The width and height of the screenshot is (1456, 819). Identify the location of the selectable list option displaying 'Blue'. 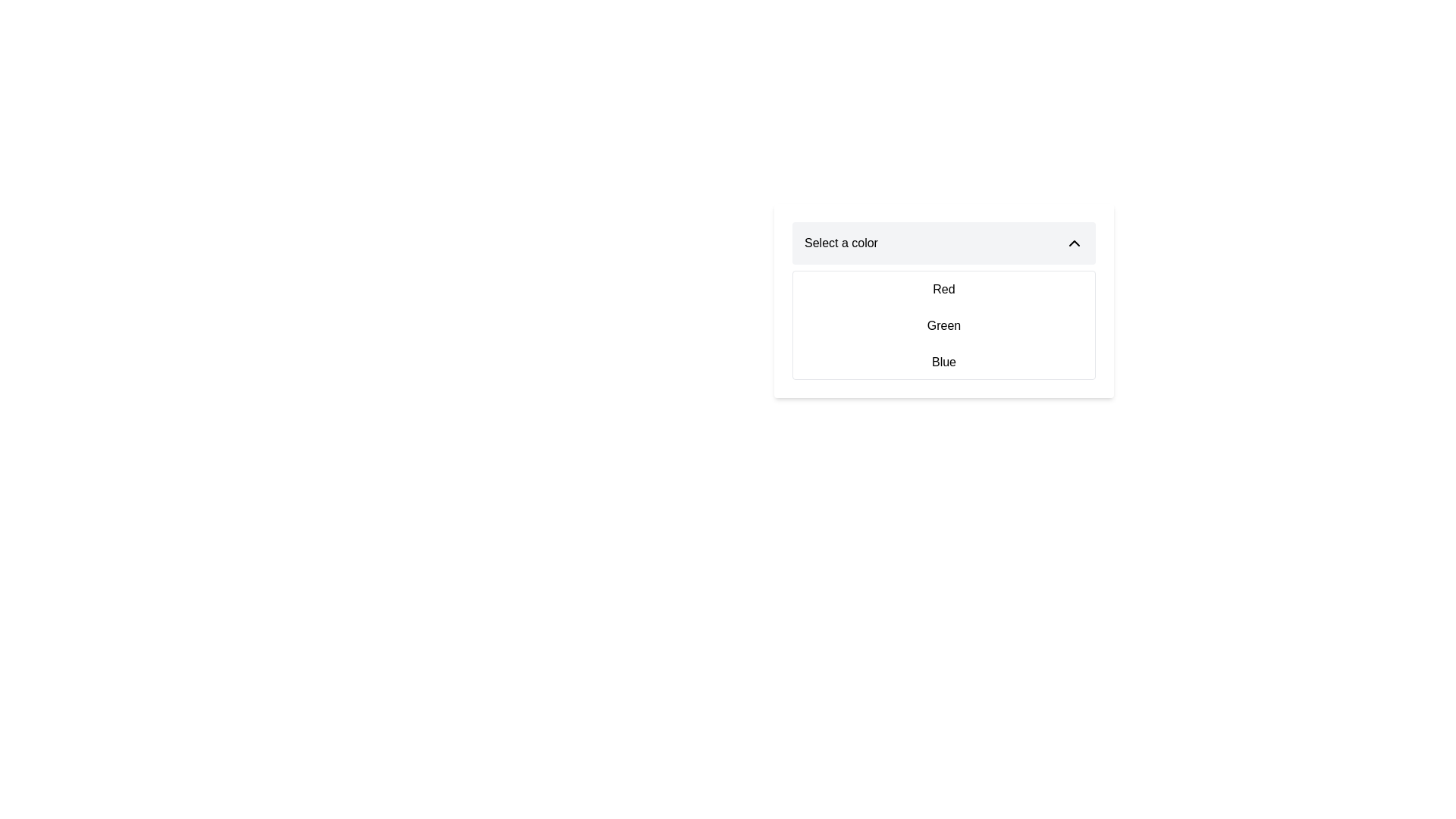
(943, 362).